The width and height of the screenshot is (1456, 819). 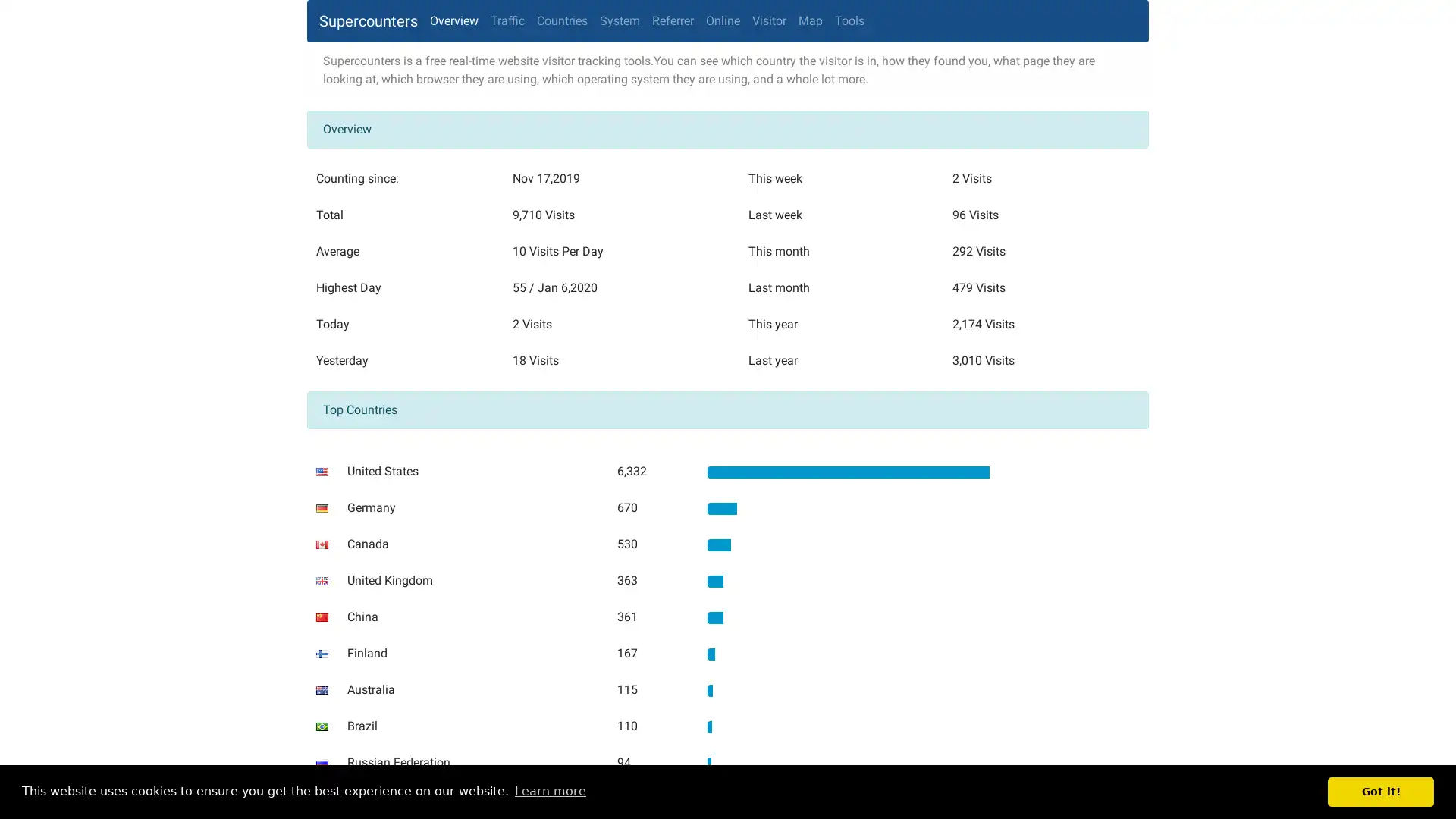 I want to click on learn more about cookies, so click(x=549, y=791).